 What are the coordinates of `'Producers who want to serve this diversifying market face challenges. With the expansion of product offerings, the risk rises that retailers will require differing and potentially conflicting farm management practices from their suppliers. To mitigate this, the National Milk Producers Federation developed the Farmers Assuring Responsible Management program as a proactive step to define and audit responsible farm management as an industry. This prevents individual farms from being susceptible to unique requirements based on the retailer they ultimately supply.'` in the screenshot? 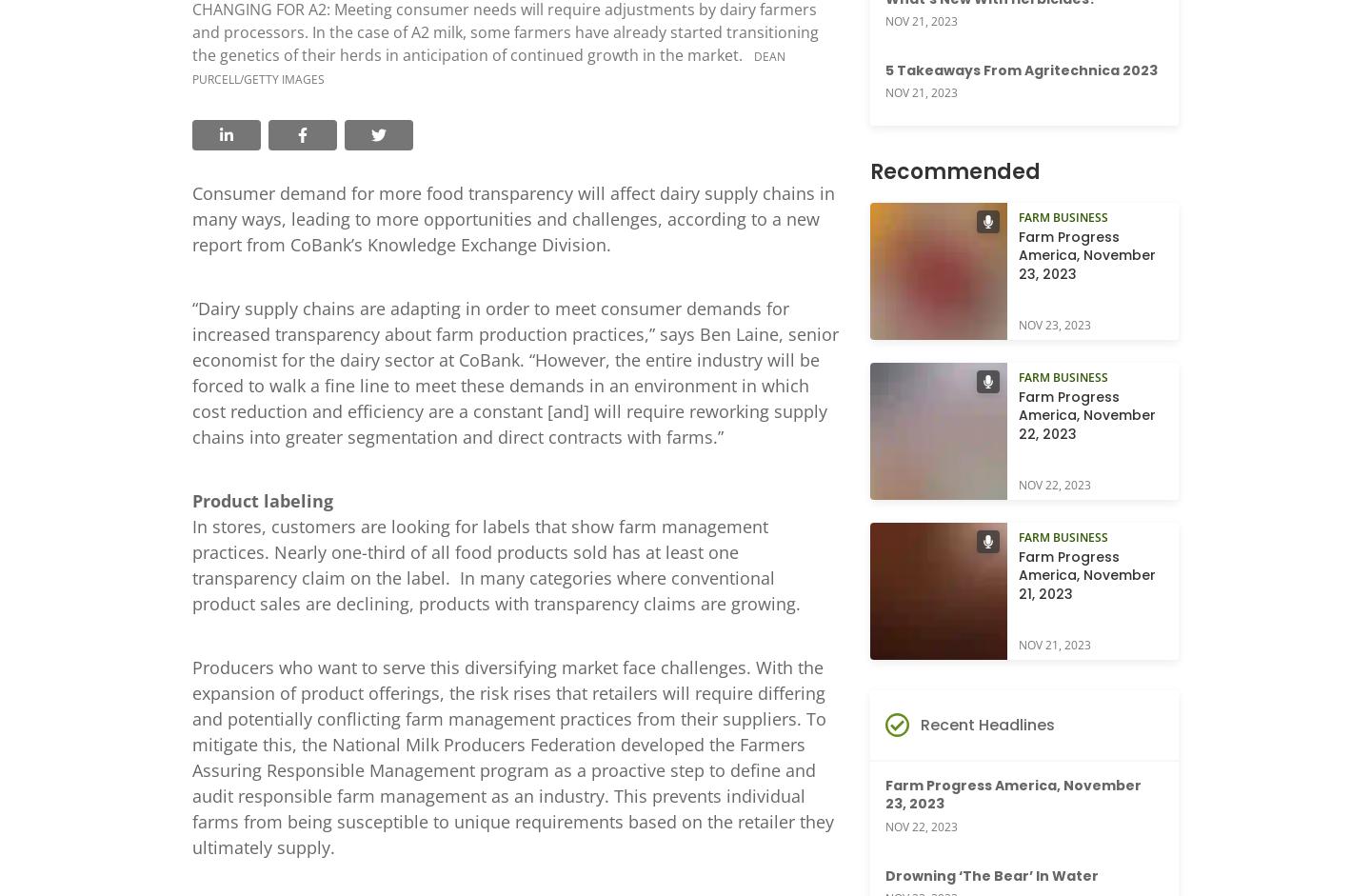 It's located at (511, 756).